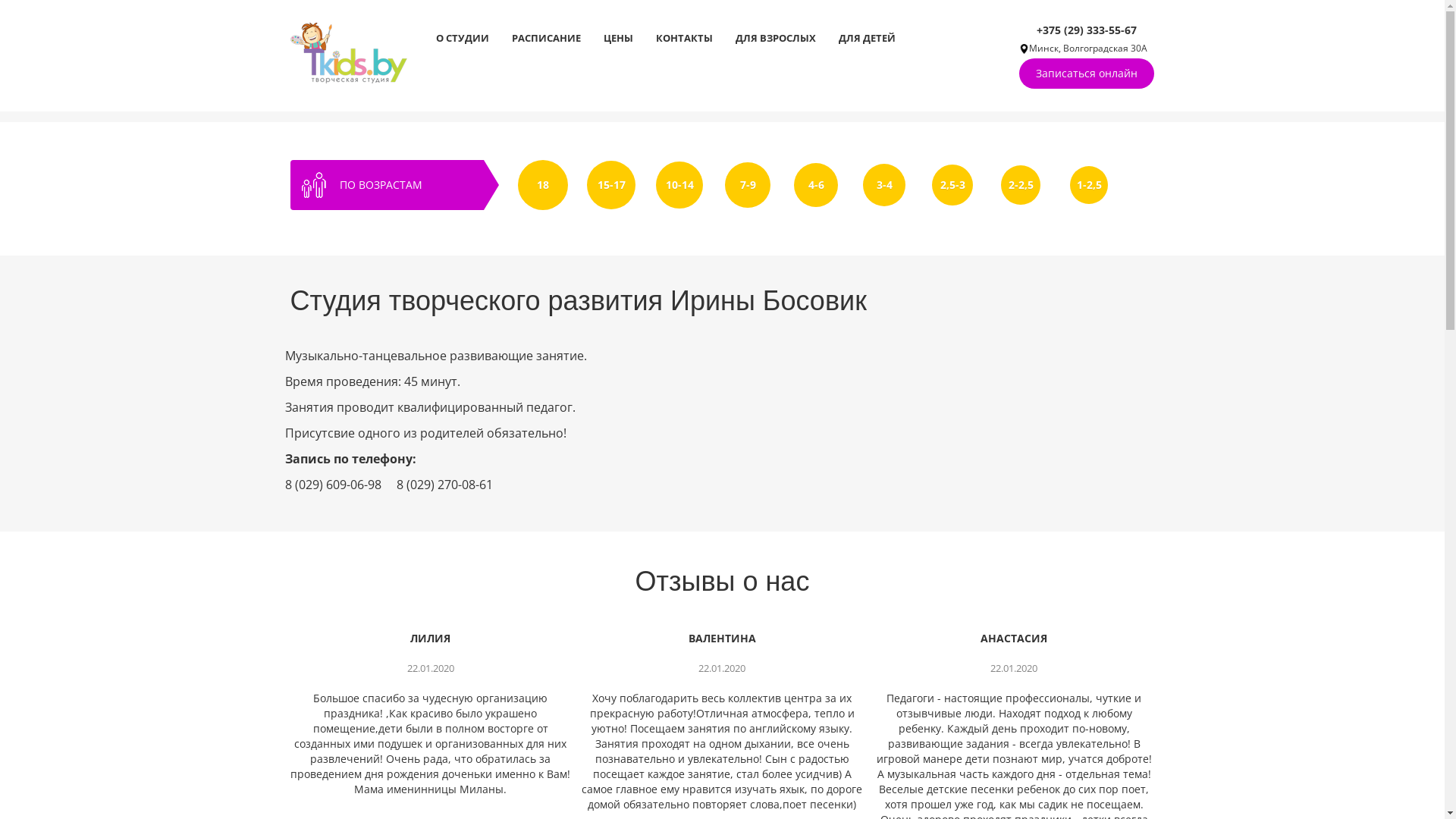 This screenshot has height=819, width=1456. I want to click on '7-9', so click(747, 184).